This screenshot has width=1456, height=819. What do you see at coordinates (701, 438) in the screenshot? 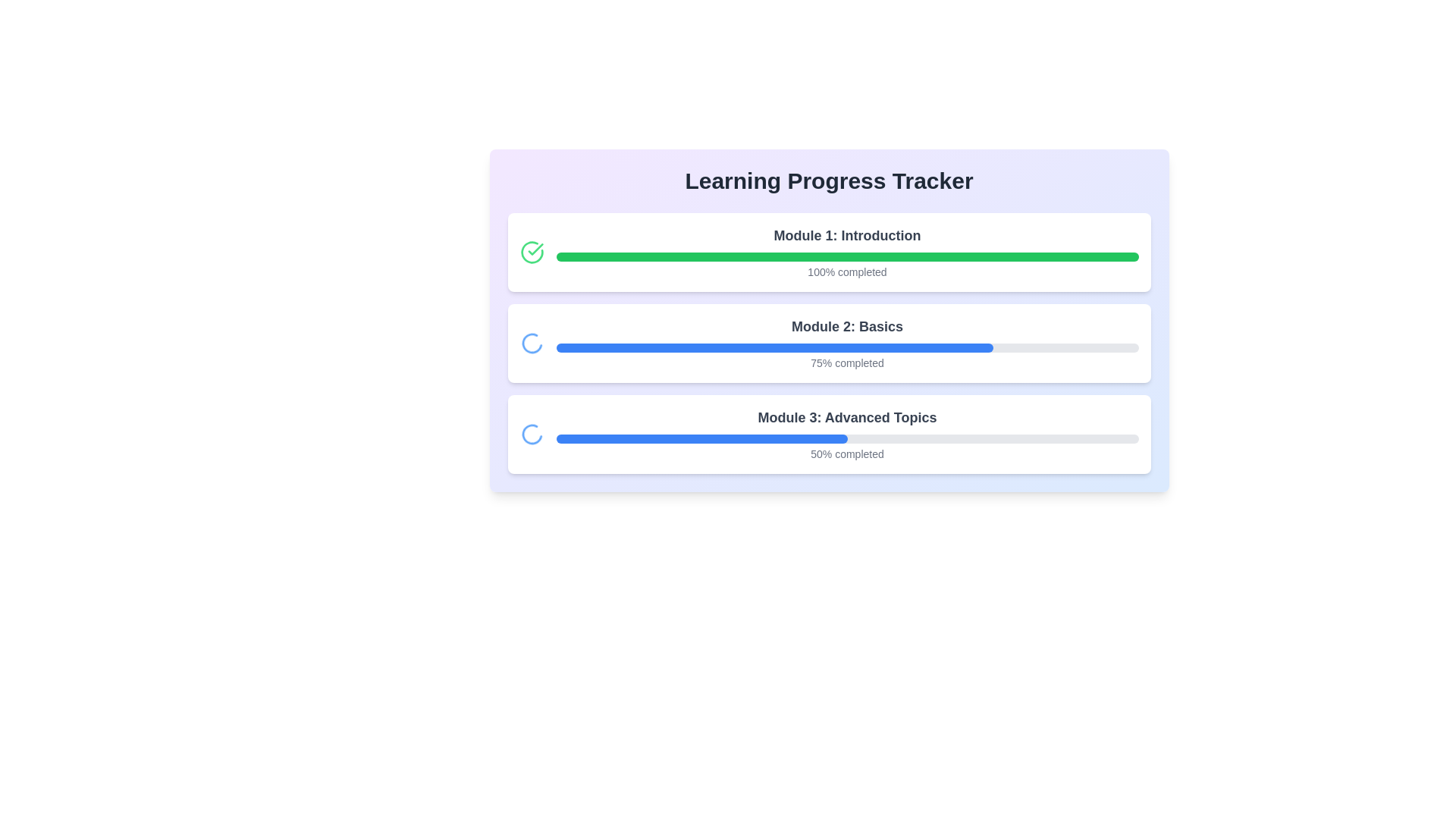
I see `the progress indicator (visual fill) within the progress bar of the 'Module 3: Advanced Topics' card, which is a solid blue elongated rectangle representing 50% progress` at bounding box center [701, 438].